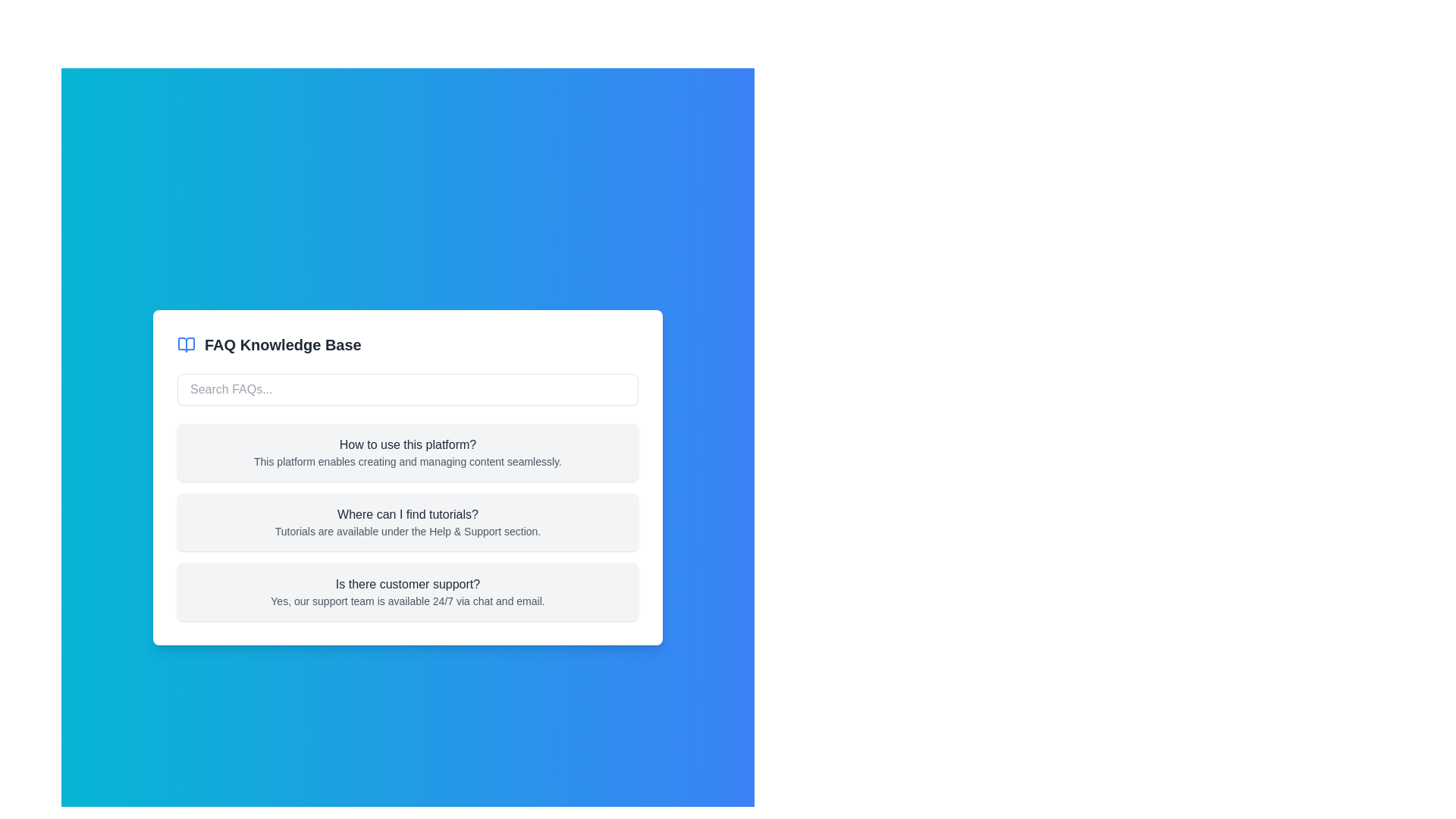 This screenshot has width=1456, height=819. What do you see at coordinates (185, 345) in the screenshot?
I see `the small blue open book icon located to the left of the 'FAQ Knowledge Base' text` at bounding box center [185, 345].